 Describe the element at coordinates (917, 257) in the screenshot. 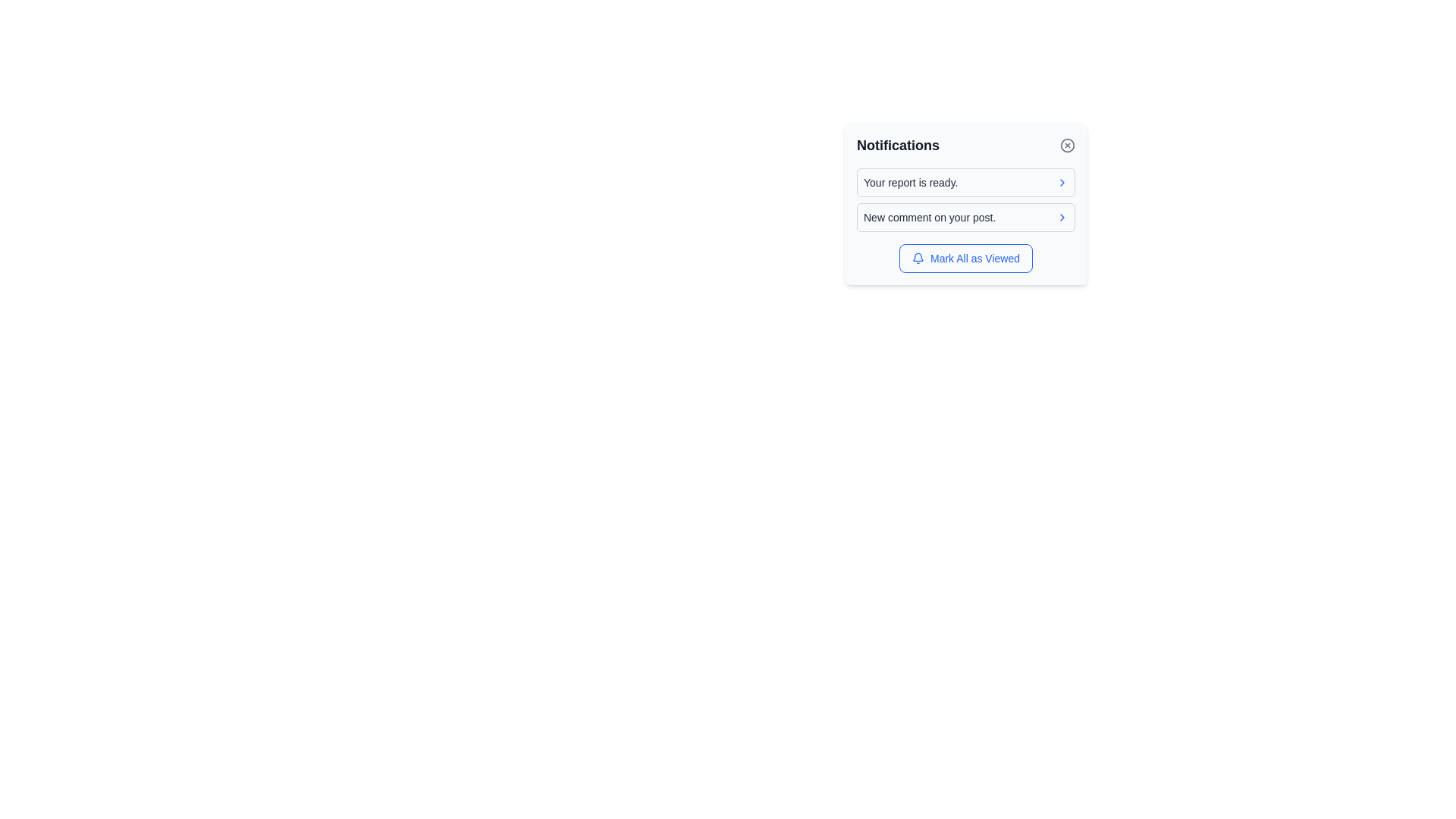

I see `the bell icon located on the left side of the 'Mark All as Viewed' button in the notification panel` at that location.